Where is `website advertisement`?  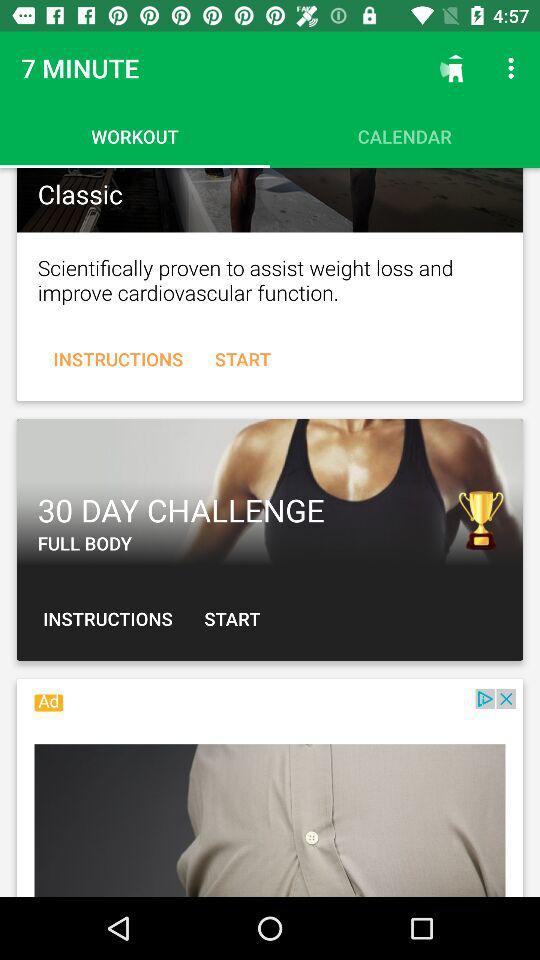 website advertisement is located at coordinates (270, 793).